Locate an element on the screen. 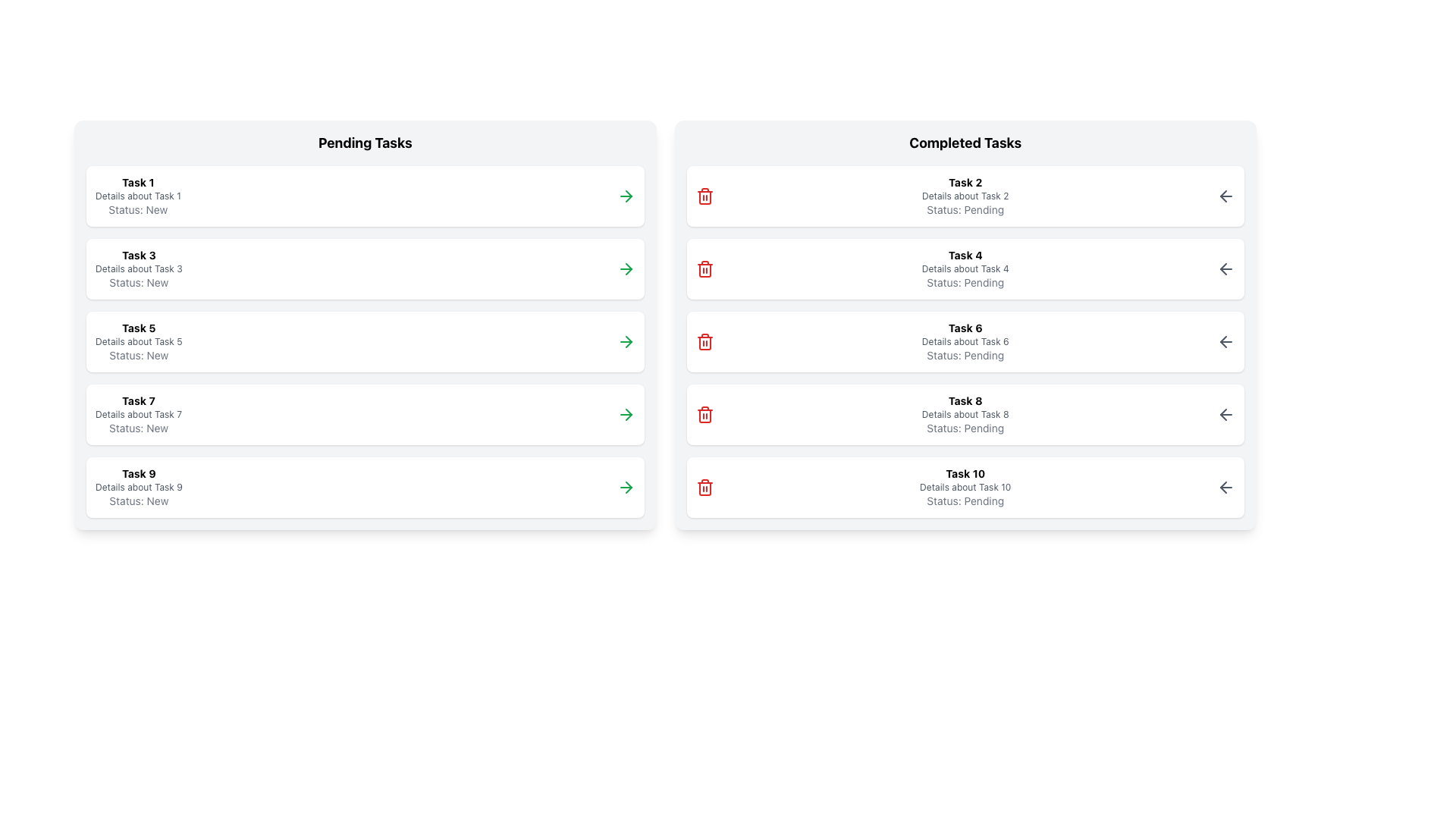 This screenshot has height=819, width=1456. the rightward-pointing green arrow icon located at the far right of the task card labeled 'Task 9' to proceed to the next step or details is located at coordinates (626, 488).